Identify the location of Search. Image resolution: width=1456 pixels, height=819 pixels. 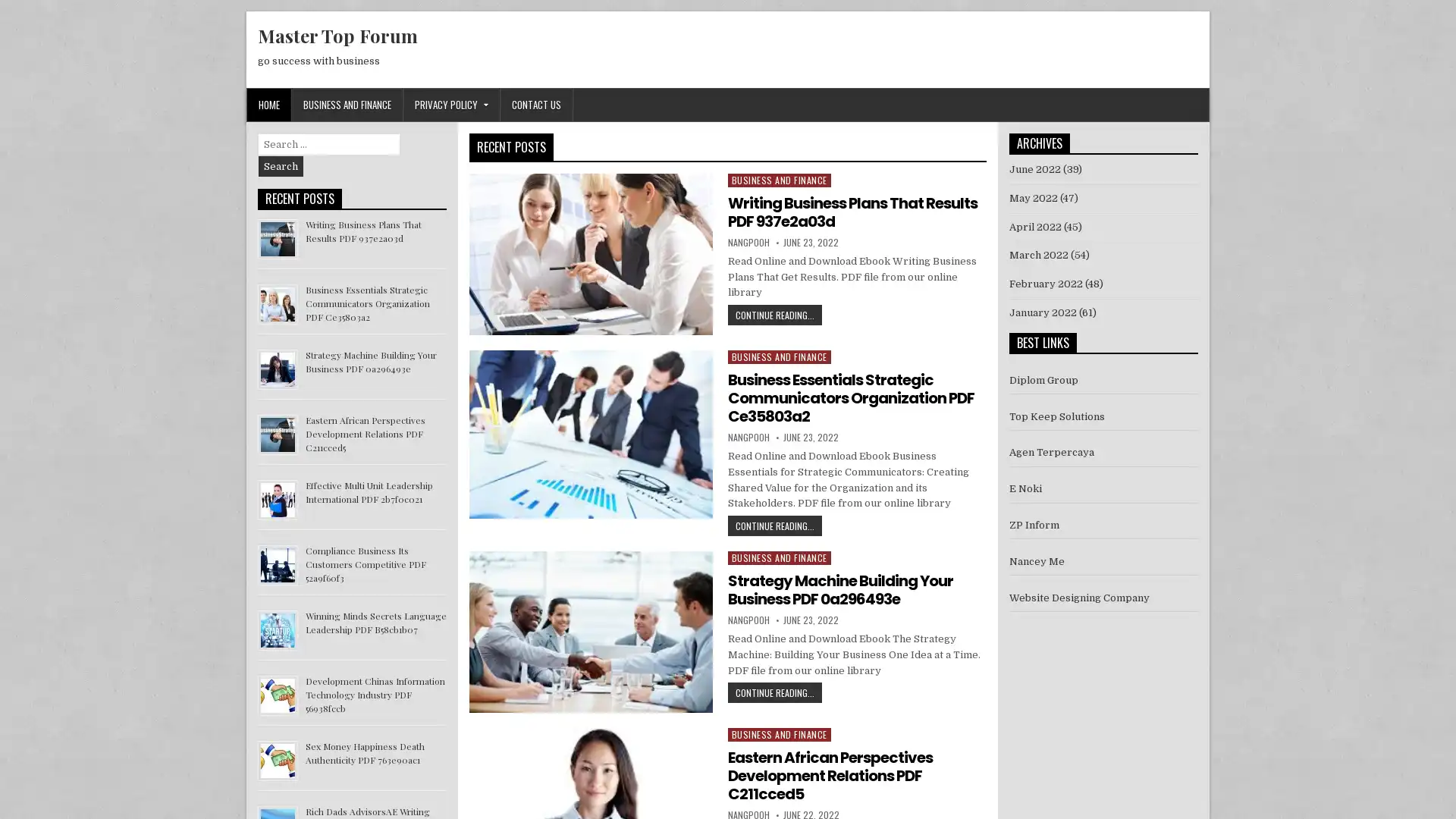
(281, 166).